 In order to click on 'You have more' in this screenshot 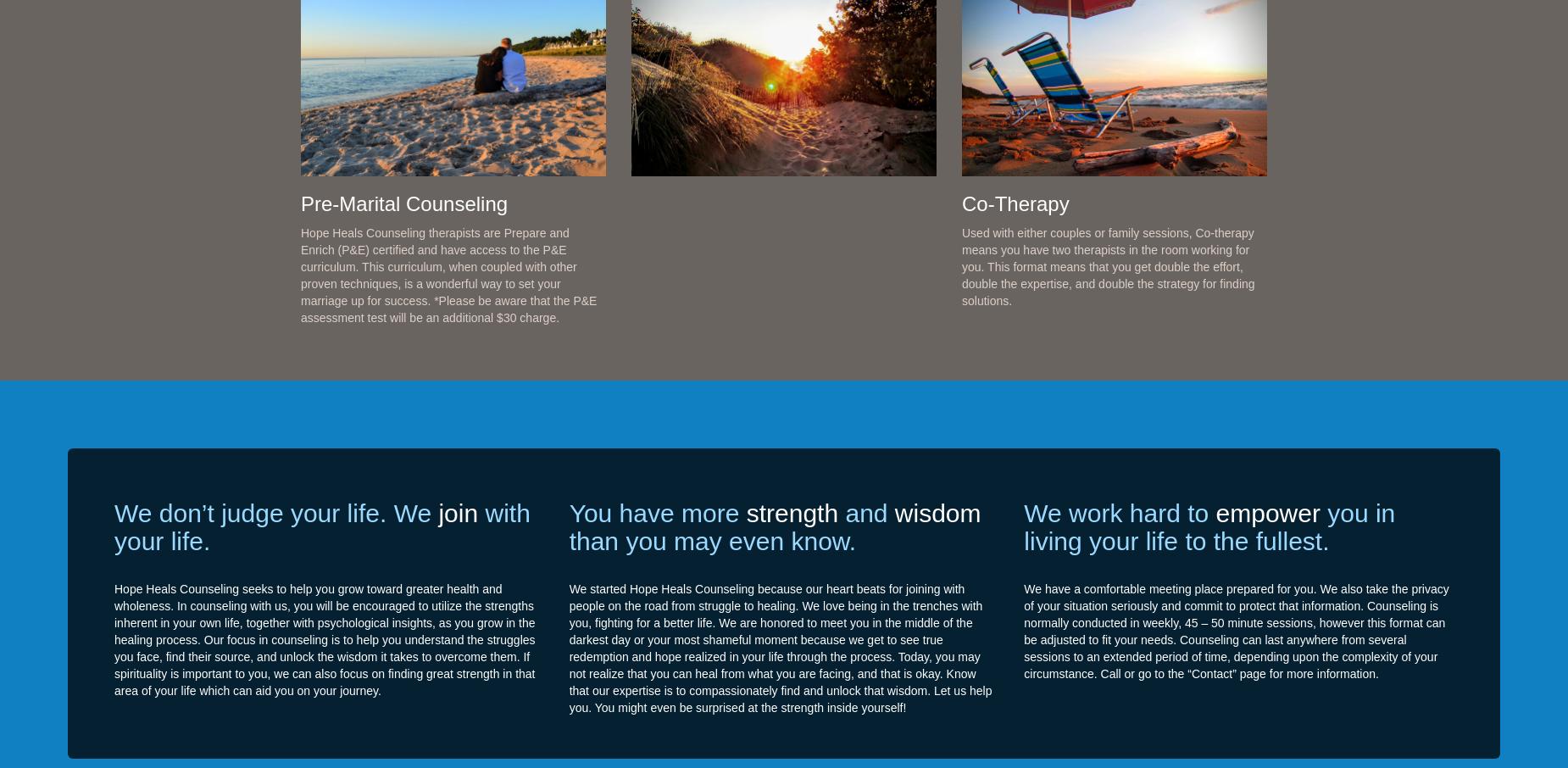, I will do `click(657, 512)`.